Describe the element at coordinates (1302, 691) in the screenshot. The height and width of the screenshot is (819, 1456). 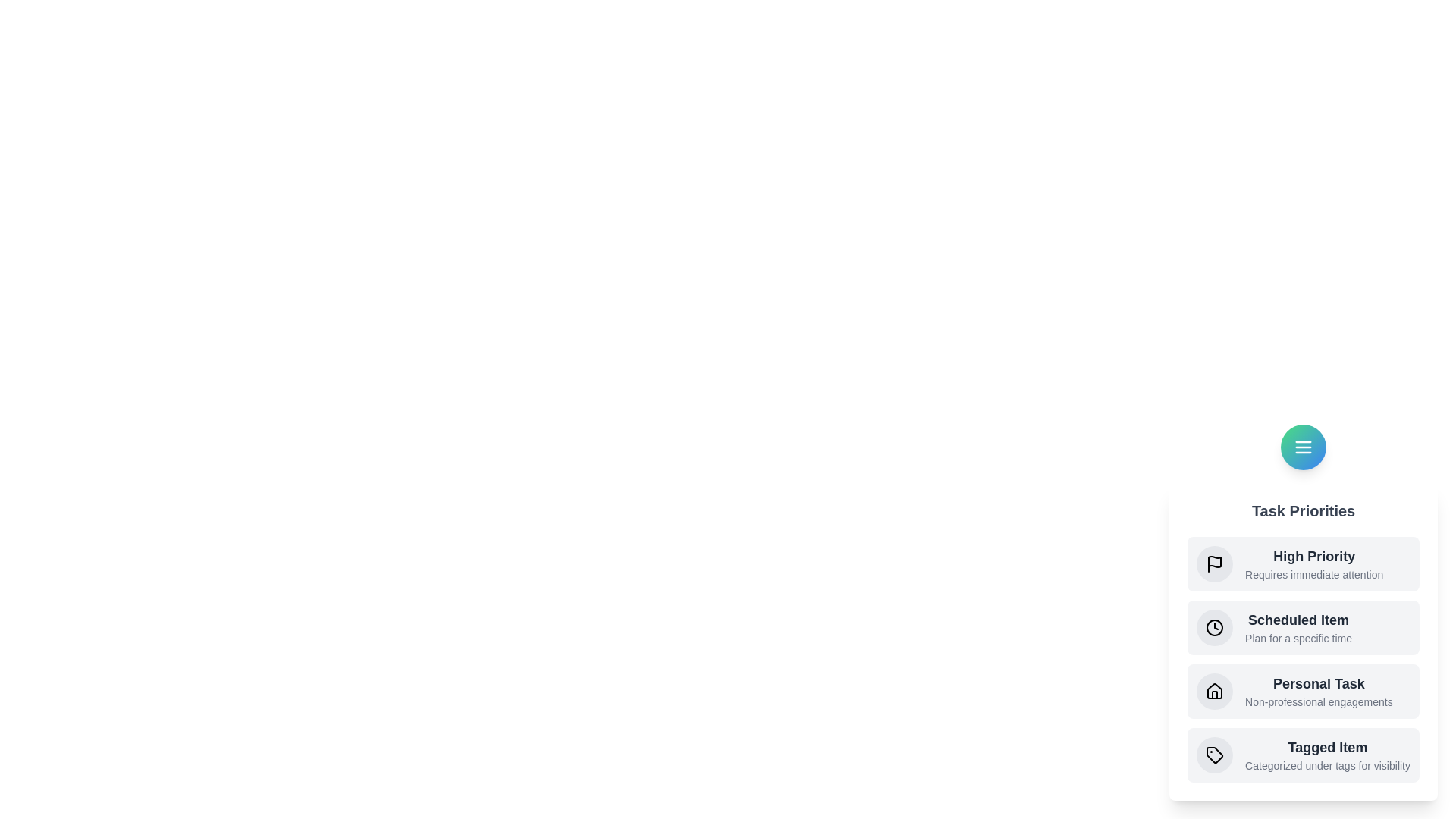
I see `the priority item Personal Task to read its description` at that location.